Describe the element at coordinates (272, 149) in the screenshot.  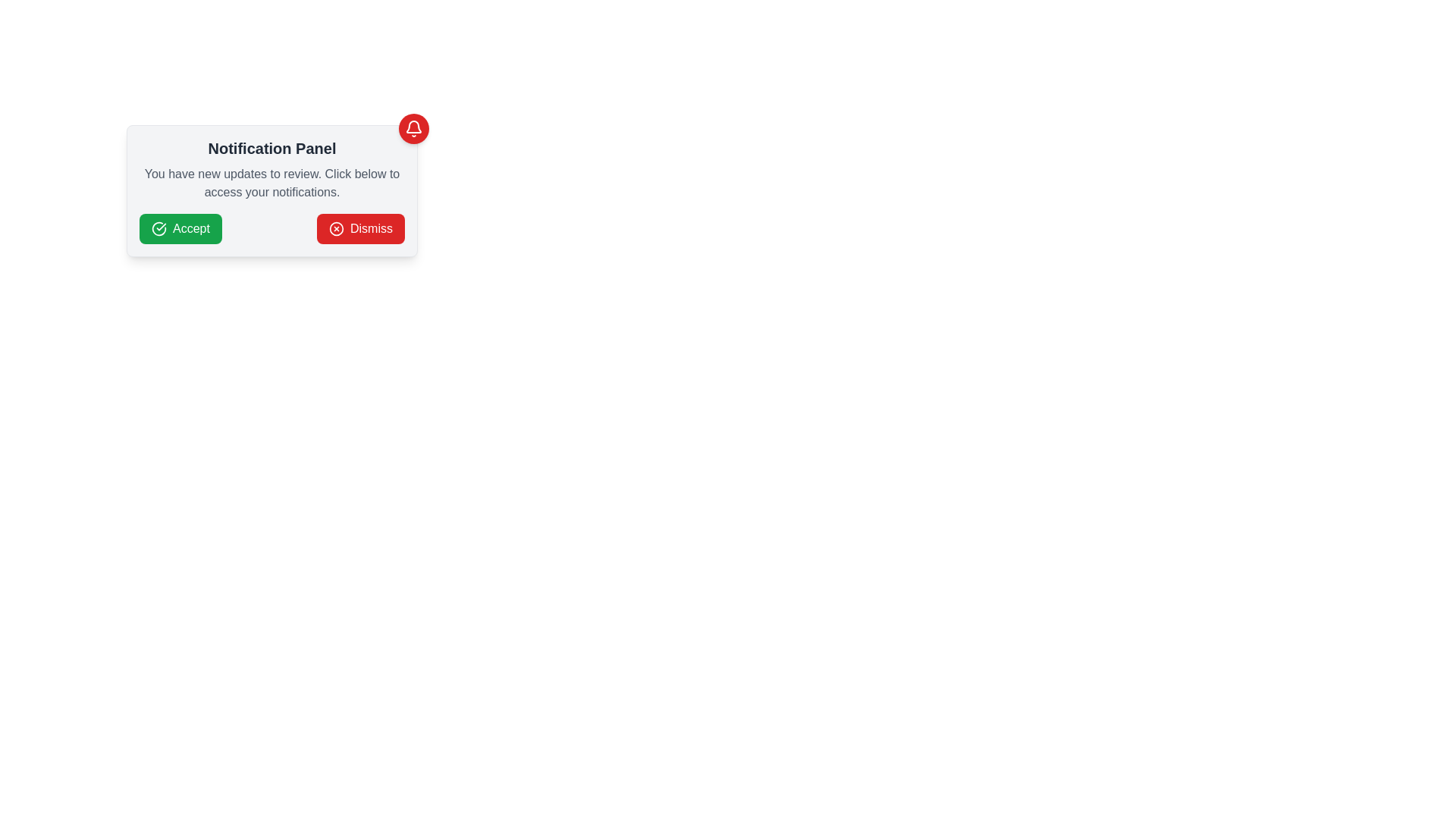
I see `the 'Notification Panel' label, which is a large, bold text header in dark gray color, center-aligned within a light gray rectangular card UI` at that location.